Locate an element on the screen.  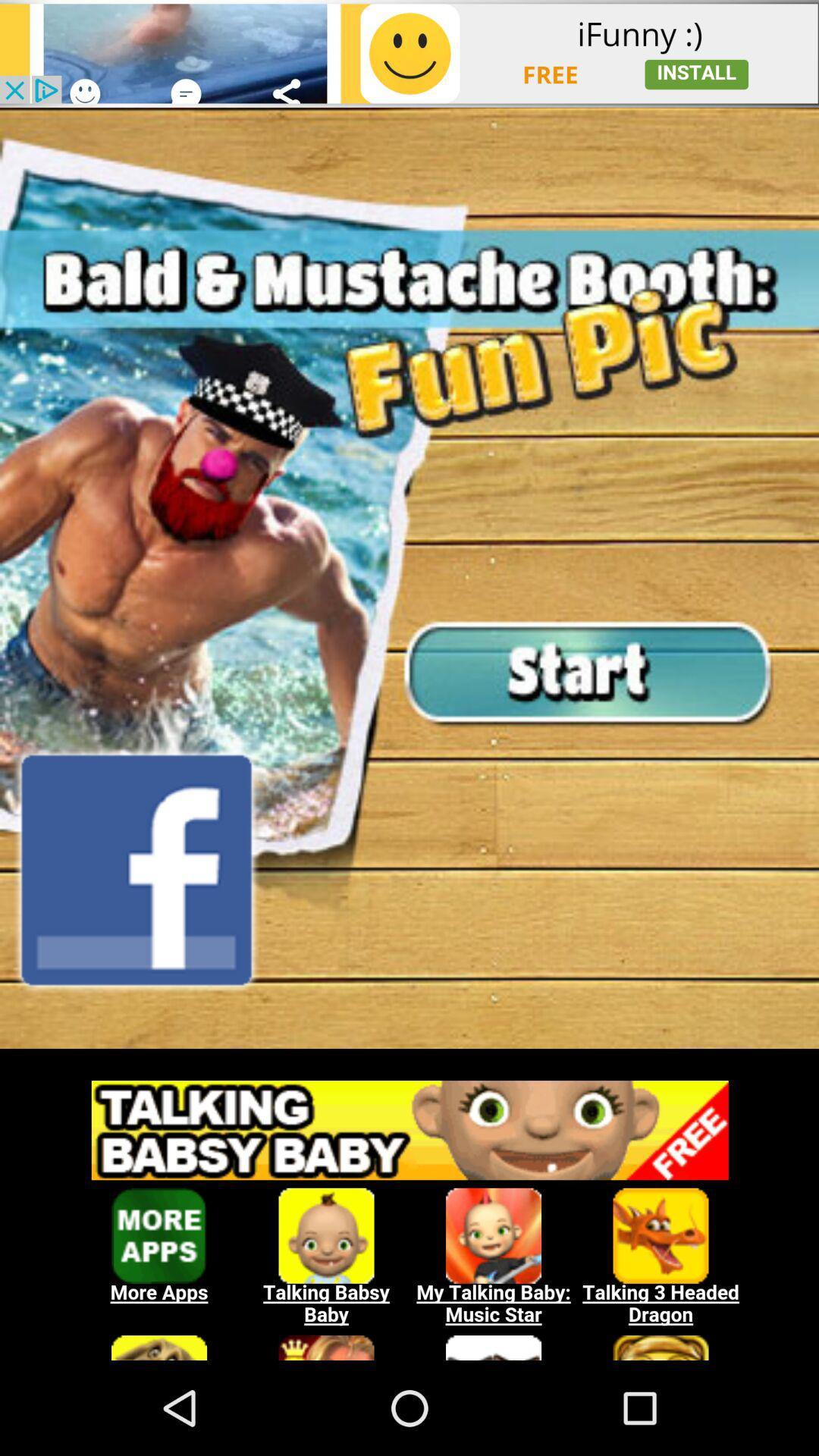
games page is located at coordinates (409, 1211).